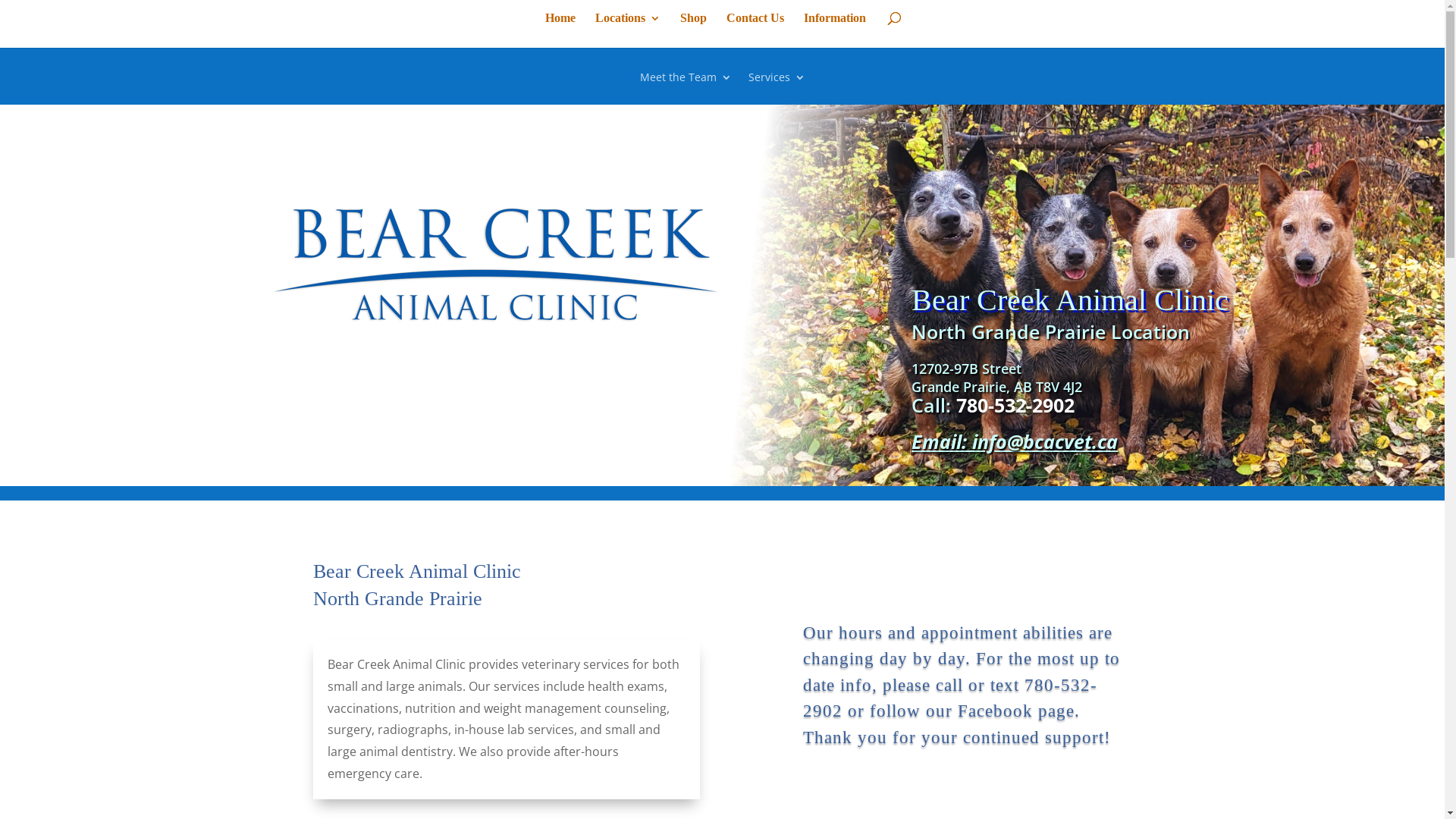  I want to click on 'Locations', so click(628, 30).